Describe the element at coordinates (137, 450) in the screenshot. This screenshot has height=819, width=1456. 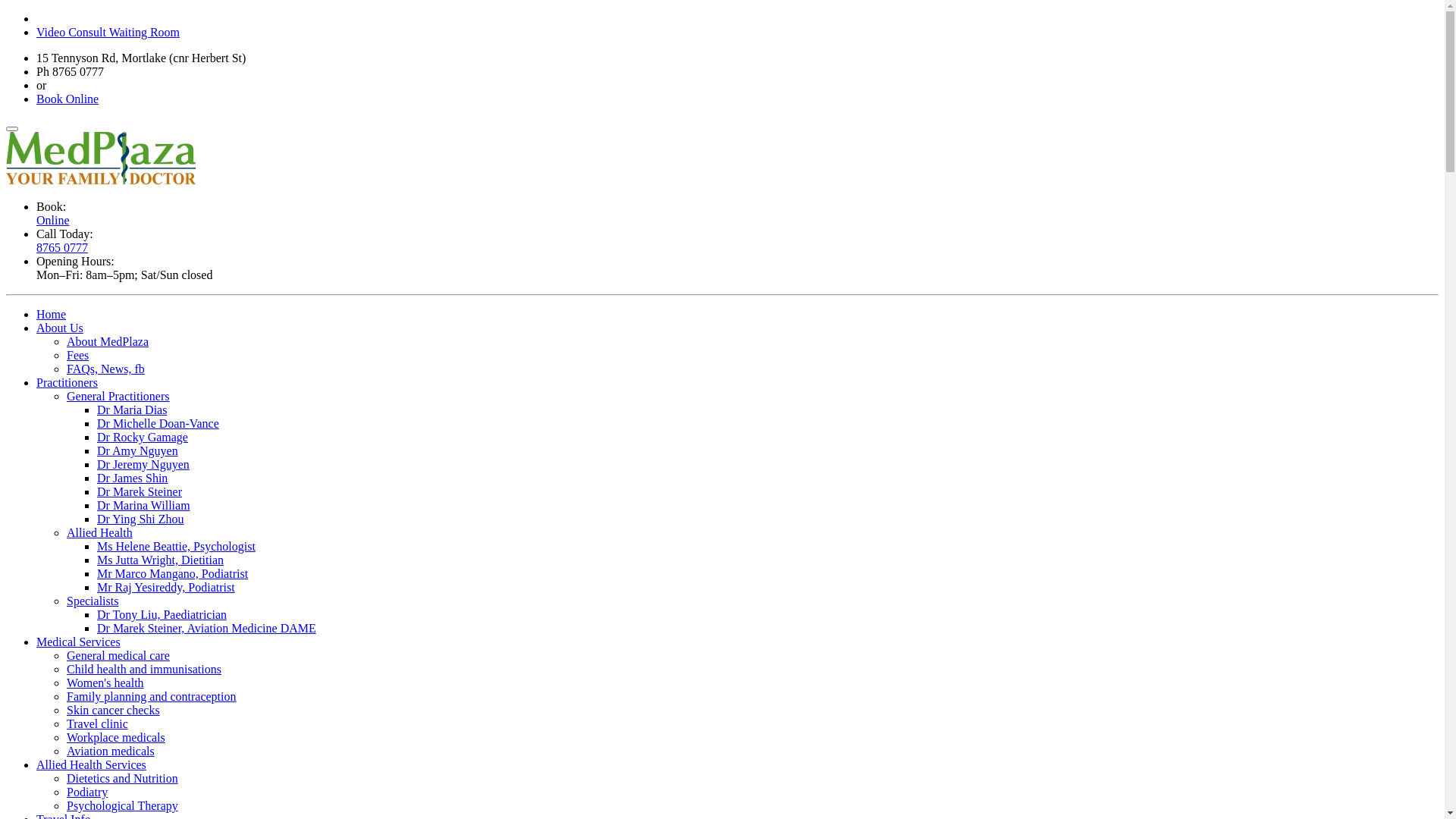
I see `'Dr Amy Nguyen'` at that location.